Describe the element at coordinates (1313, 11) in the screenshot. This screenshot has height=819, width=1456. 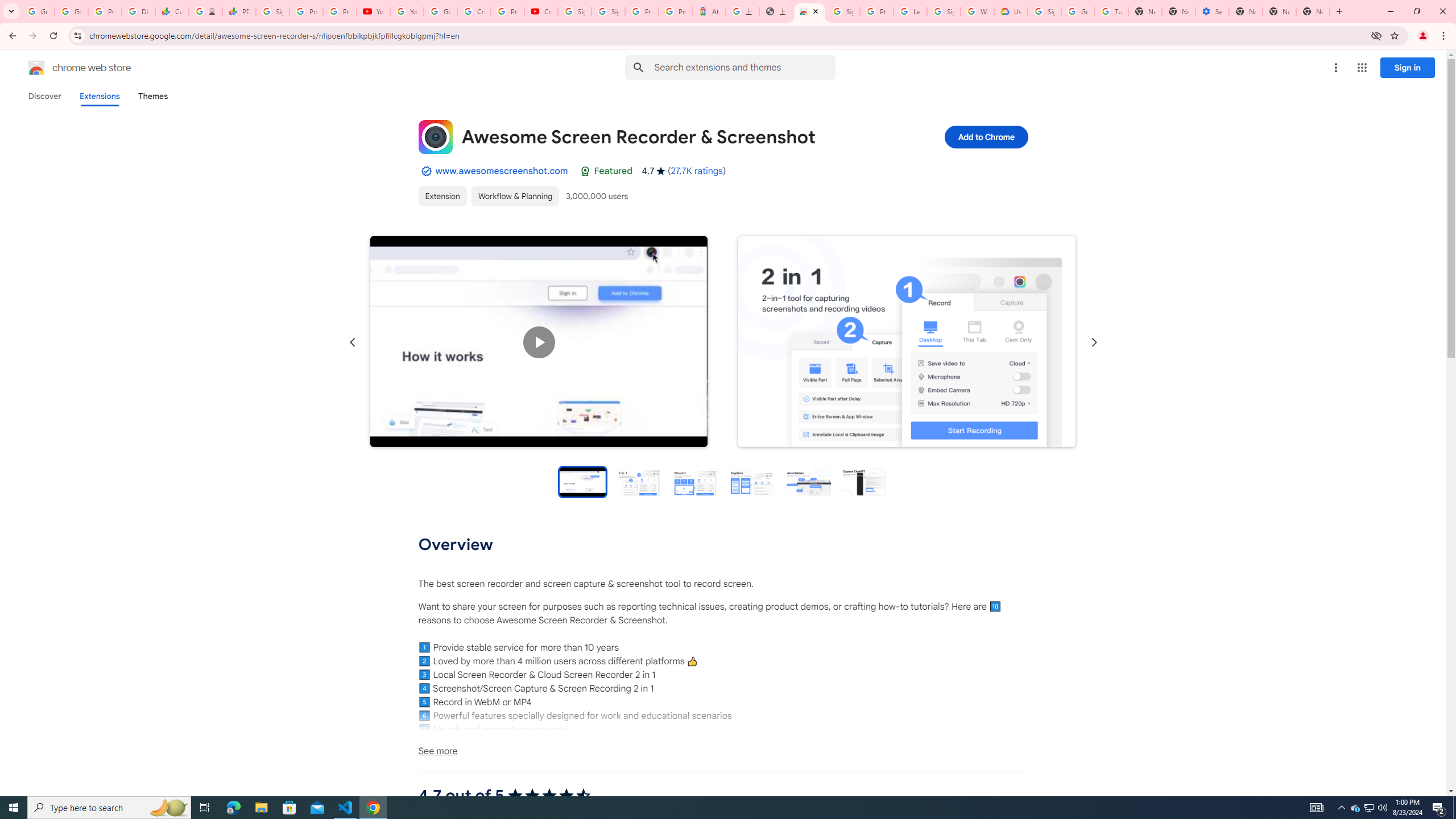
I see `'New Tab'` at that location.